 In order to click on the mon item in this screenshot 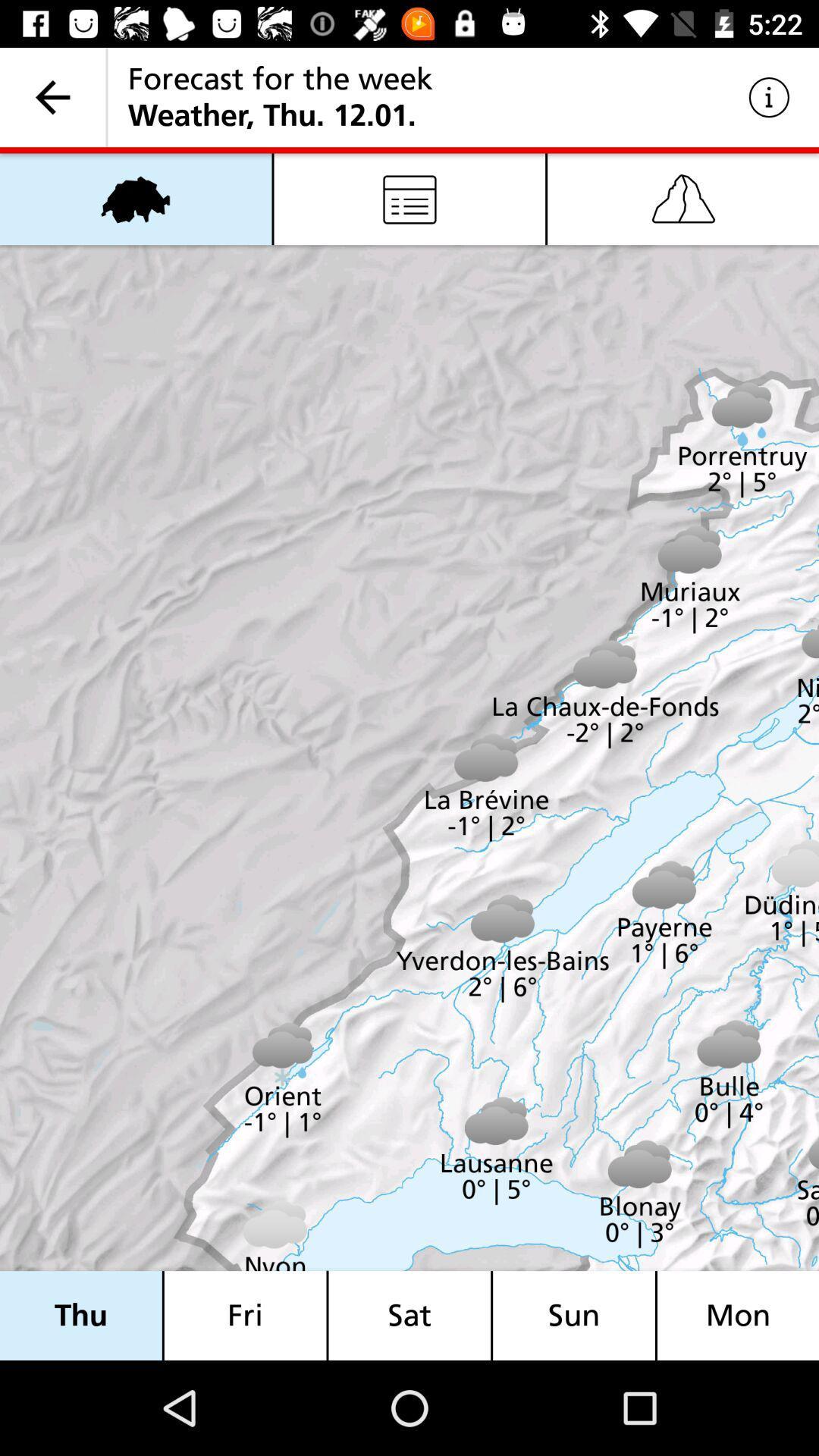, I will do `click(737, 1315)`.